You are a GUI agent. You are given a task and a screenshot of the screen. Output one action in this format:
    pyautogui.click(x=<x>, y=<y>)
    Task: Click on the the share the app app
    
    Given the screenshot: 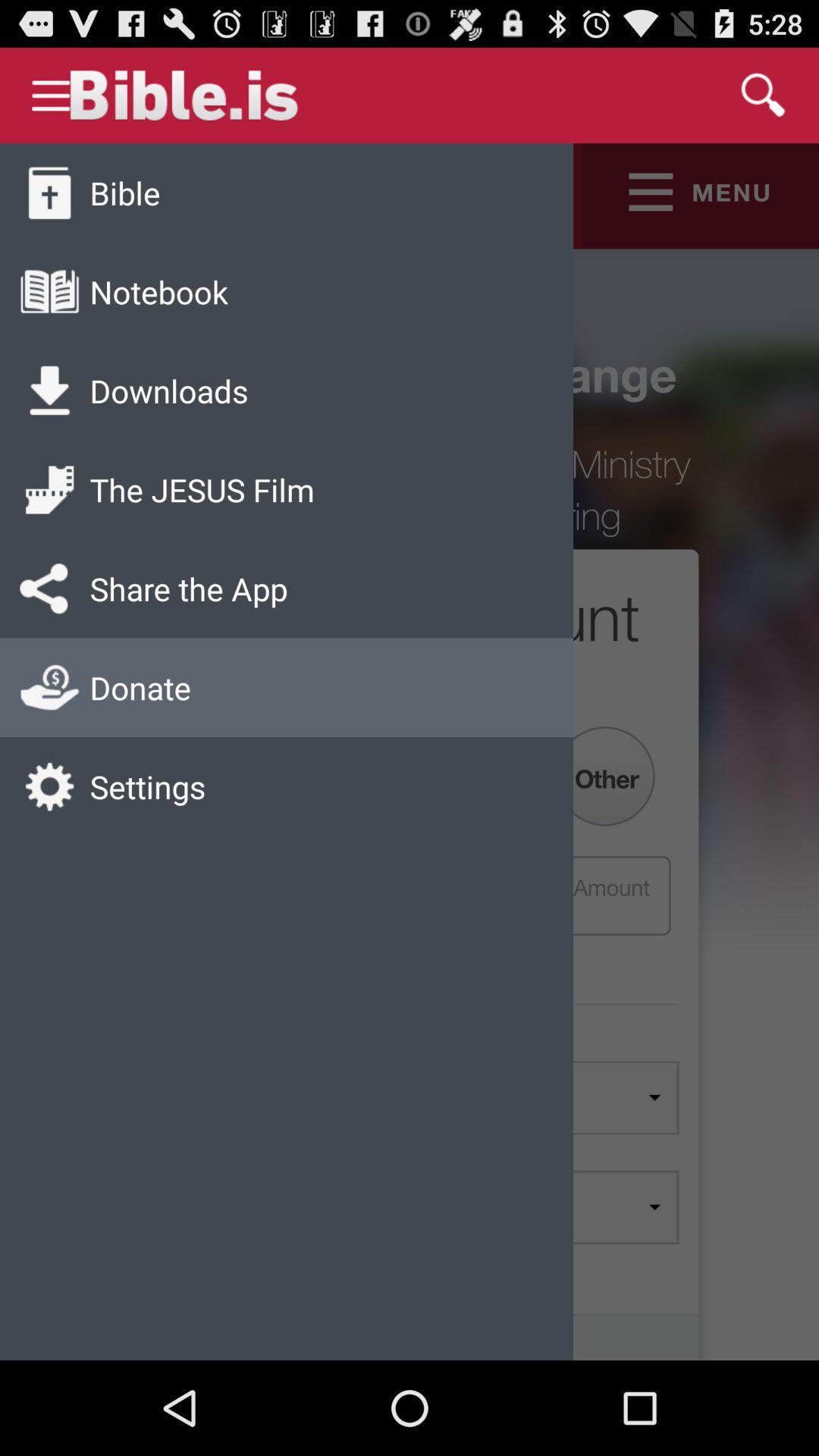 What is the action you would take?
    pyautogui.click(x=188, y=588)
    